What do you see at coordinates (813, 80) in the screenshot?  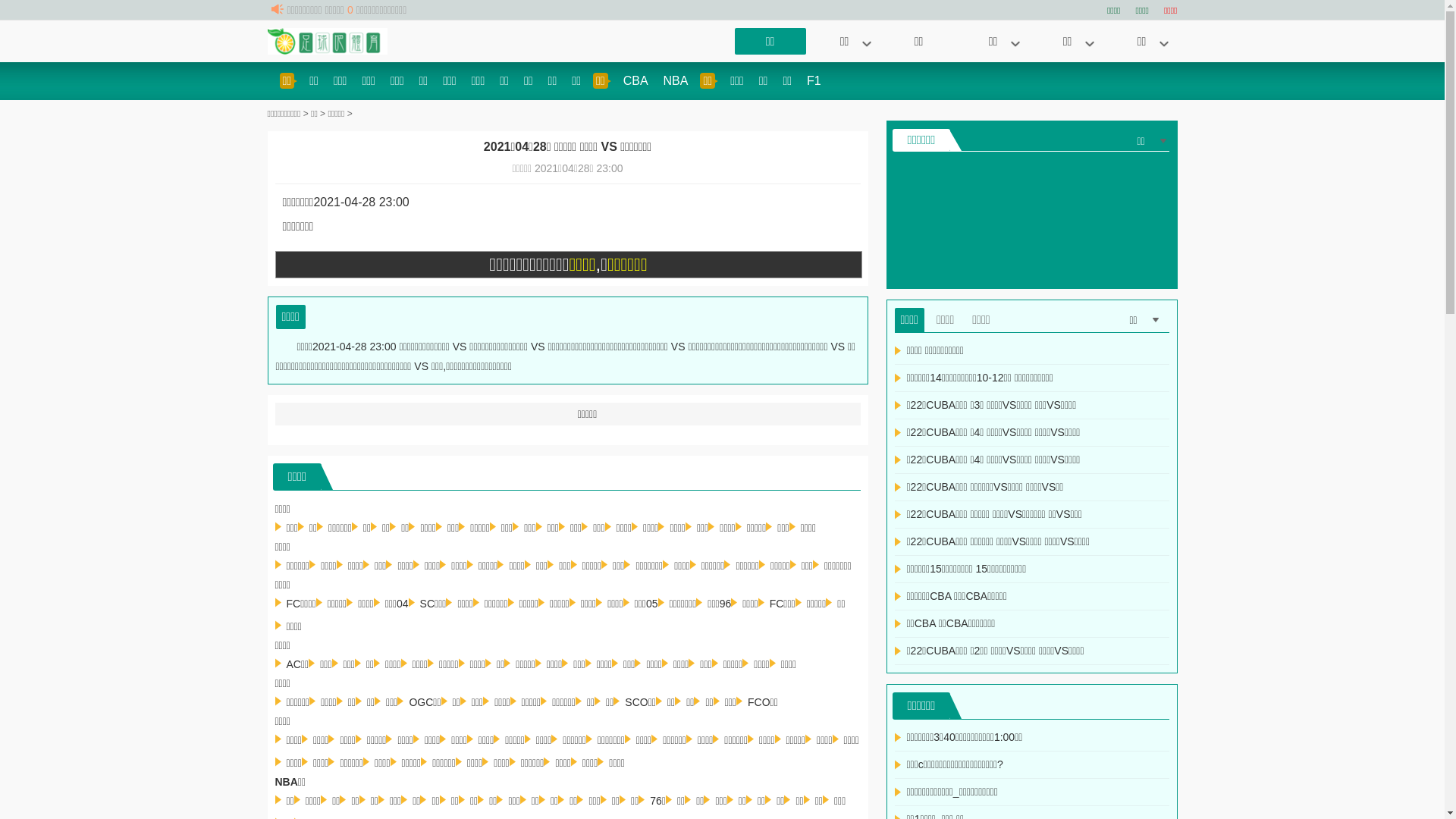 I see `'F1'` at bounding box center [813, 80].